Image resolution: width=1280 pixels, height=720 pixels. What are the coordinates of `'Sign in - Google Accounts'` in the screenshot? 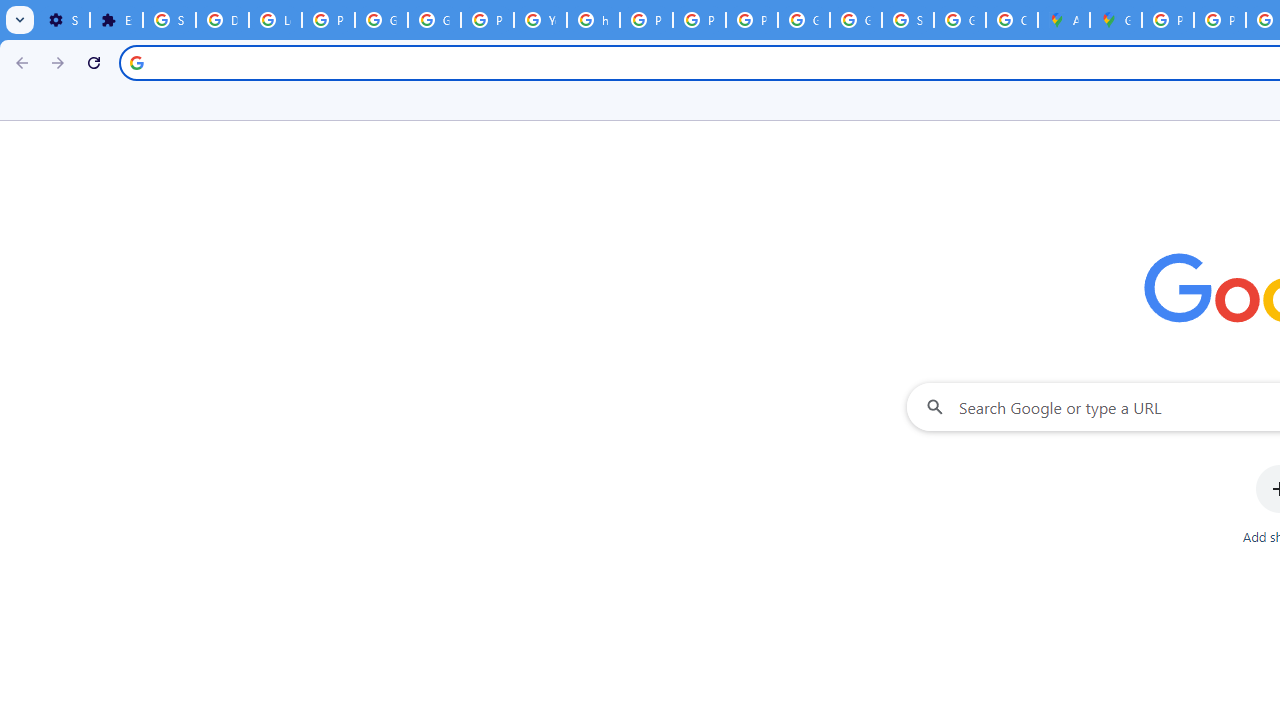 It's located at (169, 20).